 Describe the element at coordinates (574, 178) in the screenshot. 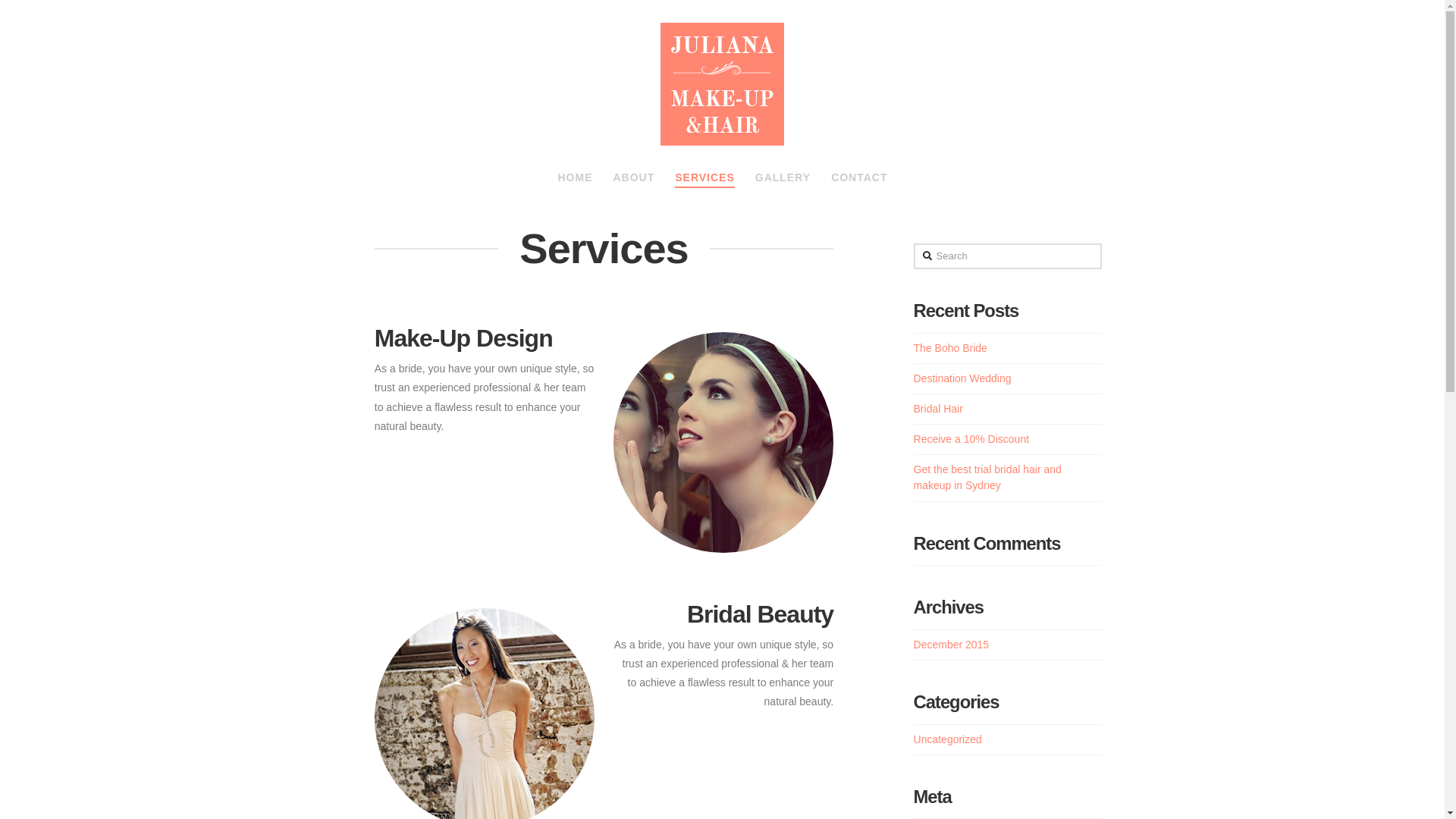

I see `'HOME'` at that location.